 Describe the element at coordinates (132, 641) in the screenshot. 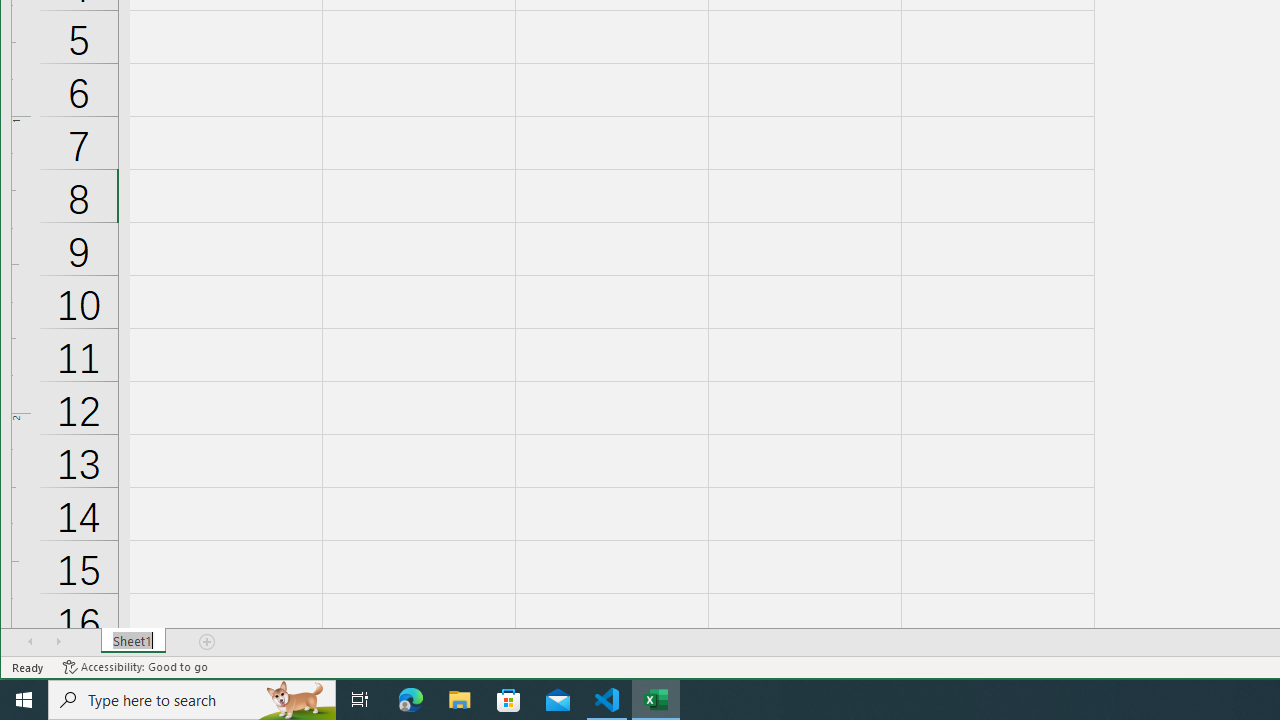

I see `'Sheet Tab'` at that location.